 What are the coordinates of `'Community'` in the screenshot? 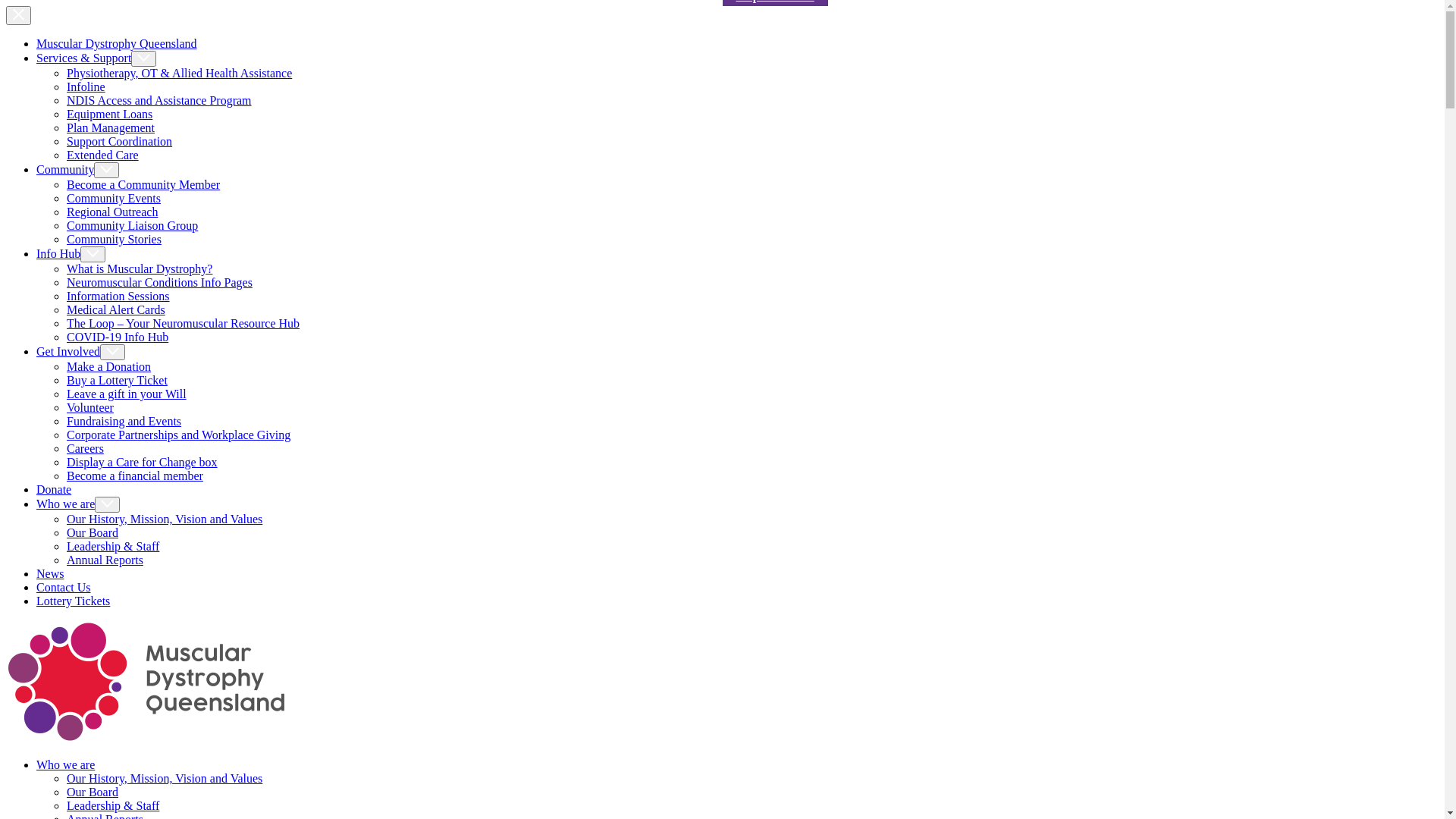 It's located at (36, 169).